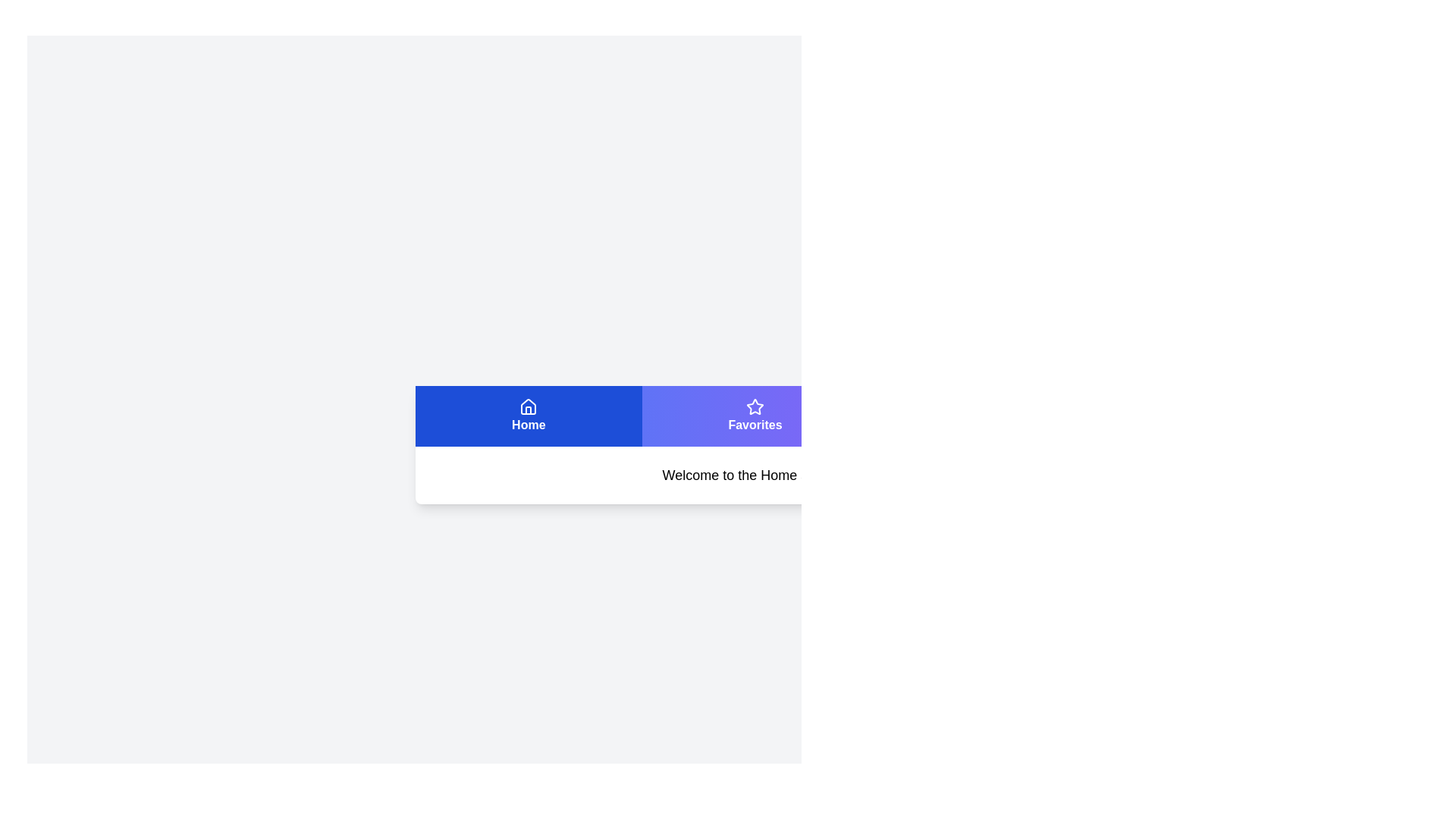 Image resolution: width=1456 pixels, height=819 pixels. I want to click on the Text element displaying 'Welcome to the Home section!' which is bold and centered below the blue navigation bar, so click(755, 475).